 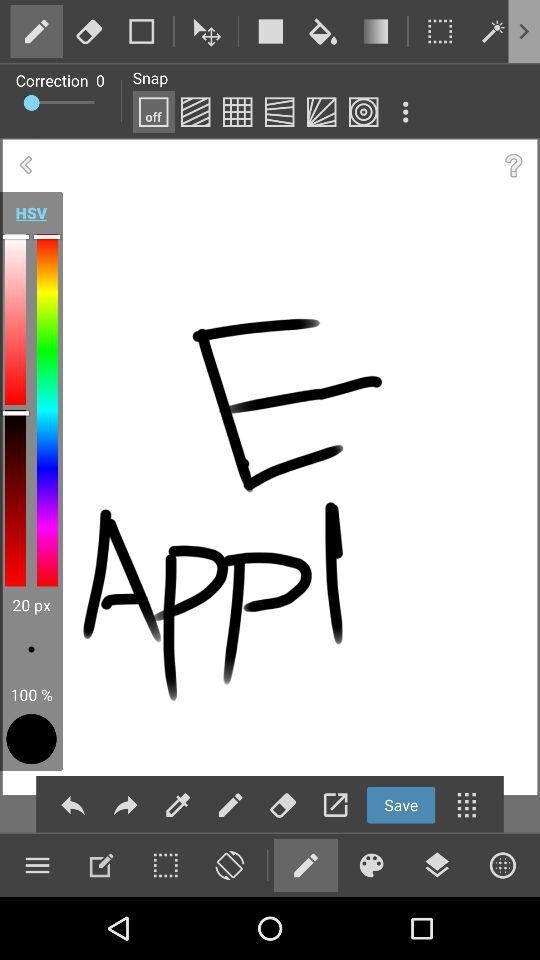 What do you see at coordinates (37, 864) in the screenshot?
I see `more tools` at bounding box center [37, 864].